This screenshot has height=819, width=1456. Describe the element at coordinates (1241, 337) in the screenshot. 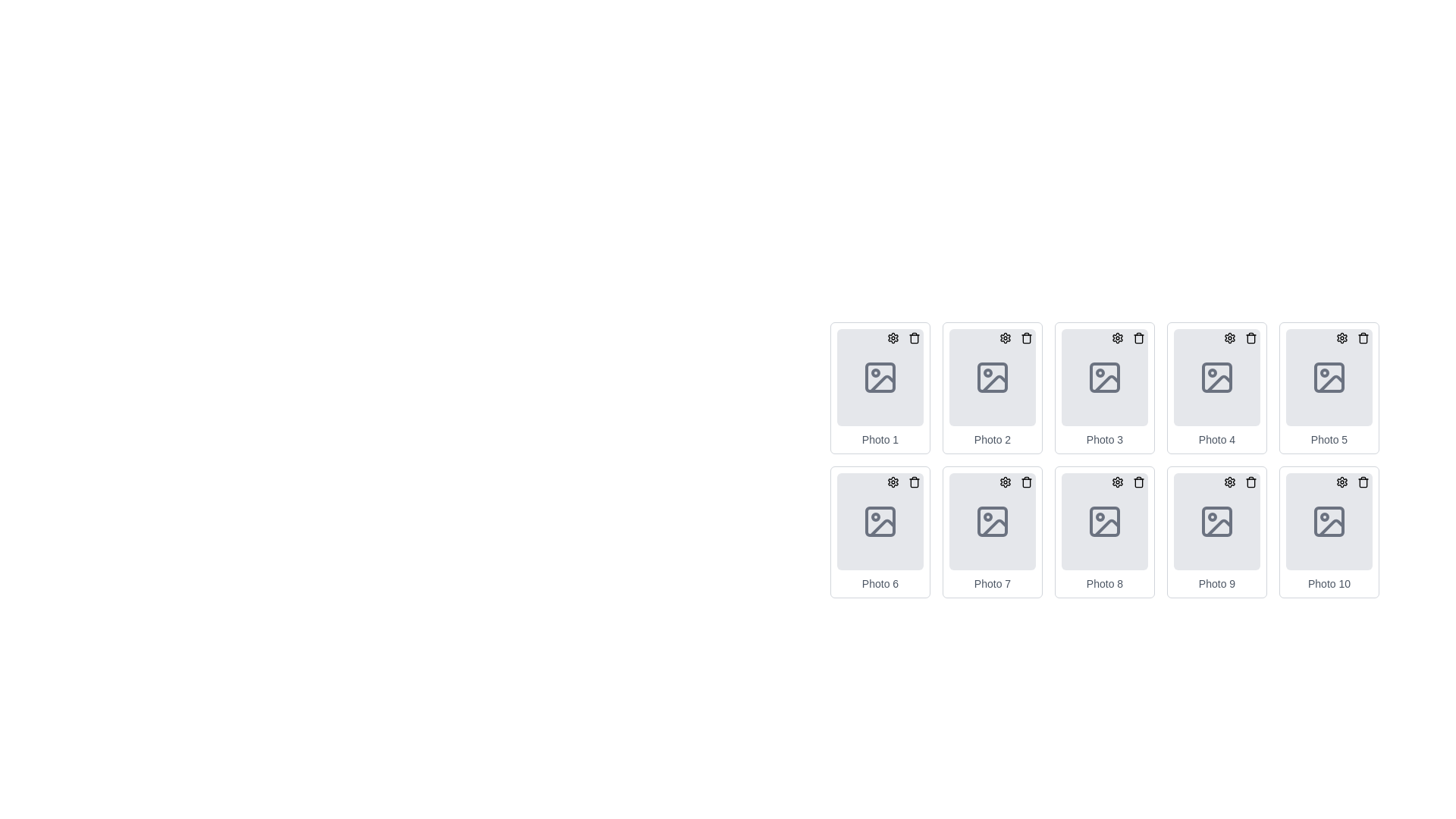

I see `the toolbar in the top-right corner of the item card labeled 'Photo 4', which contains two circular icons (a cog for settings and a trash can for deletion)` at that location.